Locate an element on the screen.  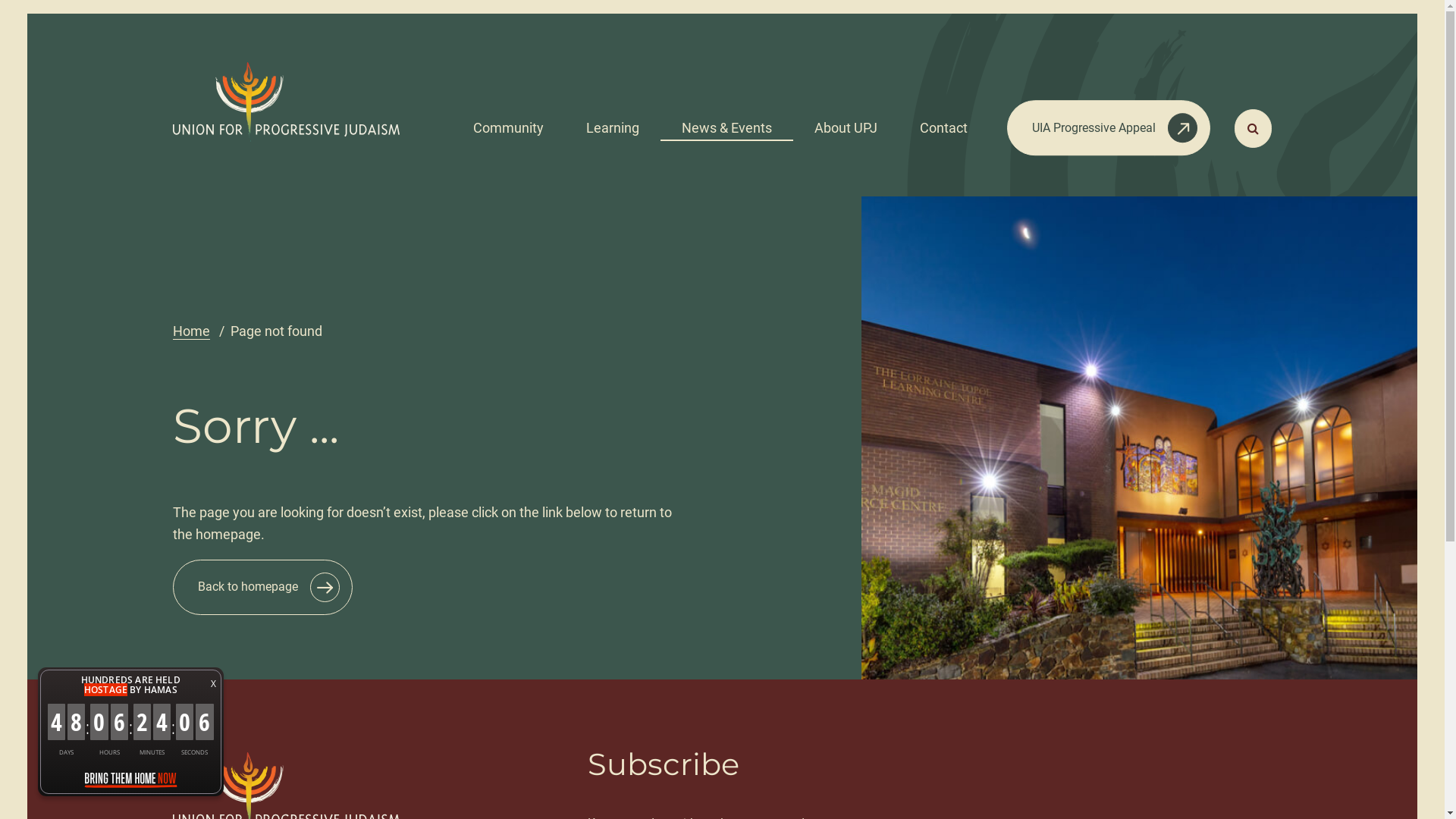
'Learning' is located at coordinates (563, 122).